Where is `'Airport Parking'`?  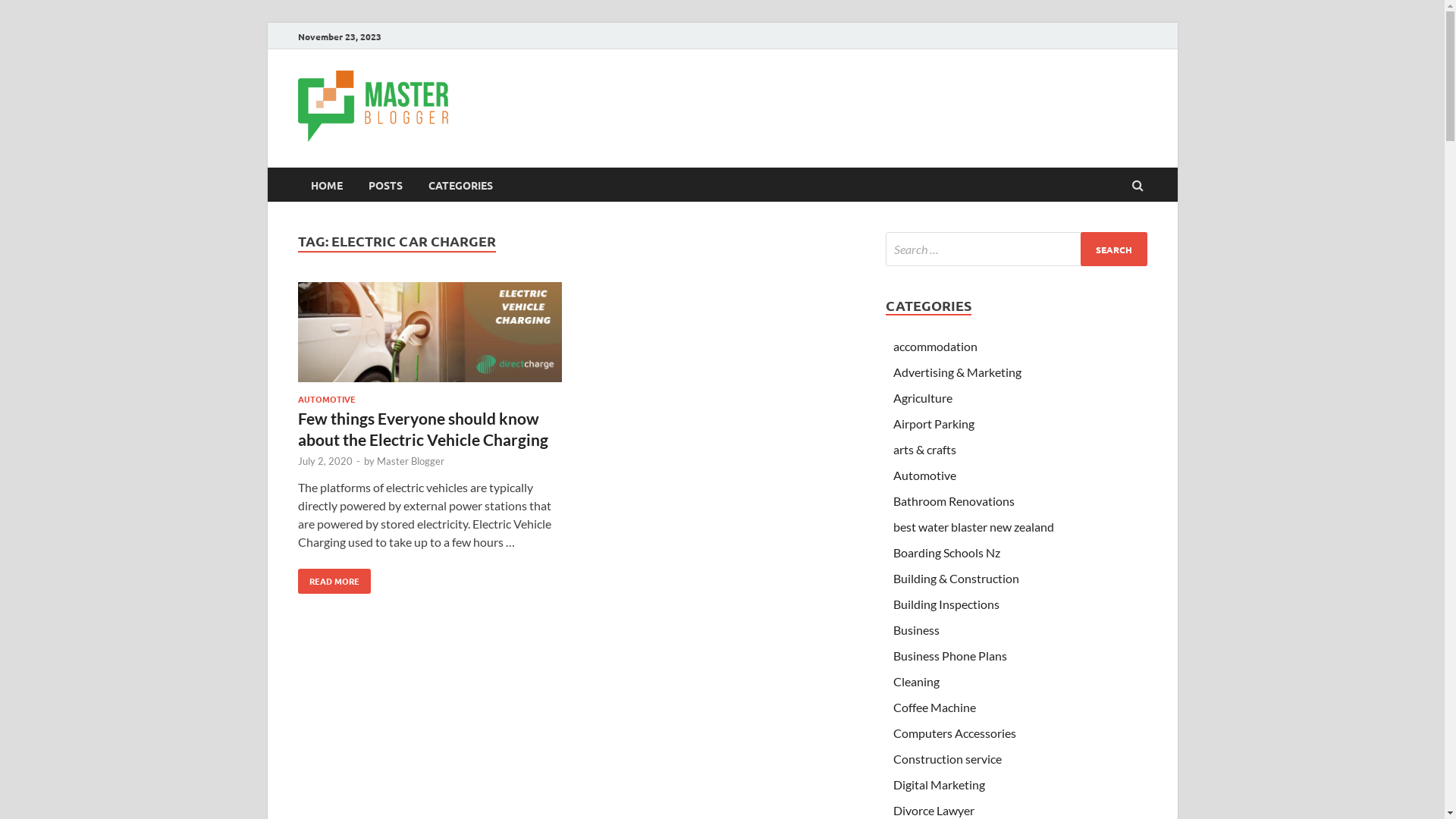 'Airport Parking' is located at coordinates (933, 423).